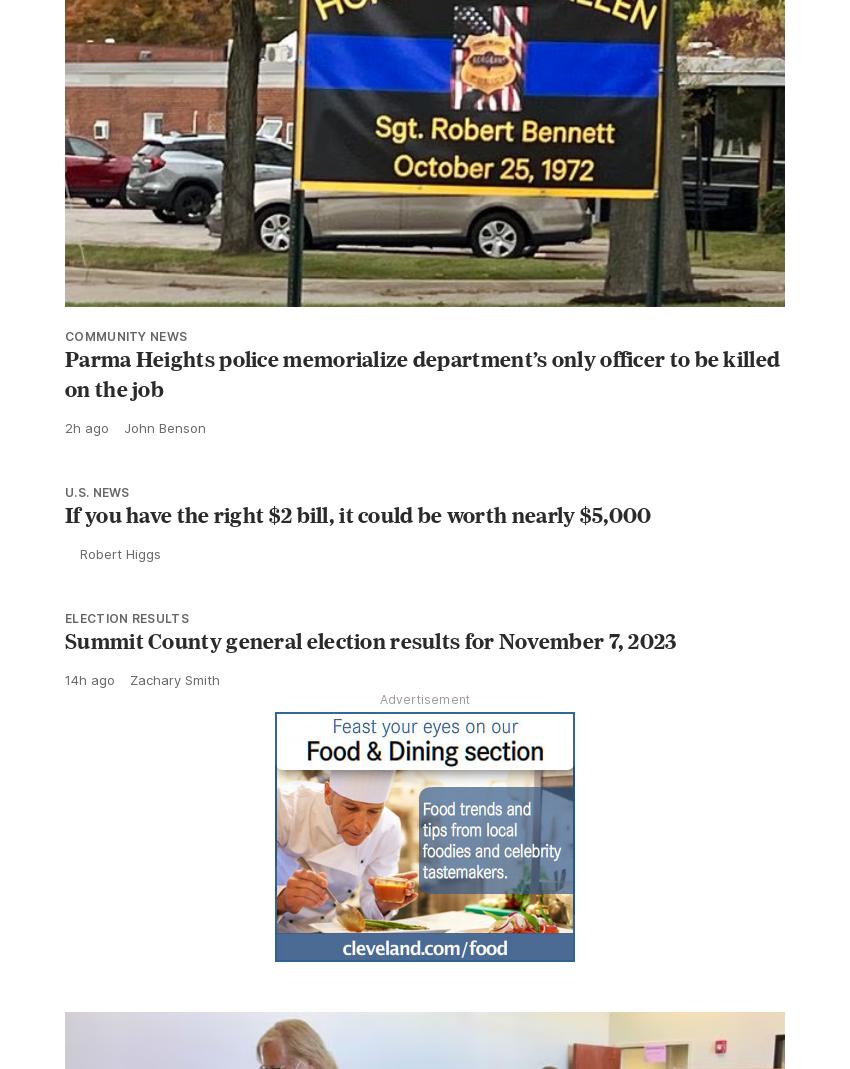 This screenshot has height=1069, width=850. Describe the element at coordinates (357, 514) in the screenshot. I see `'If you have the right $2 bill, it could be worth nearly $5,000'` at that location.